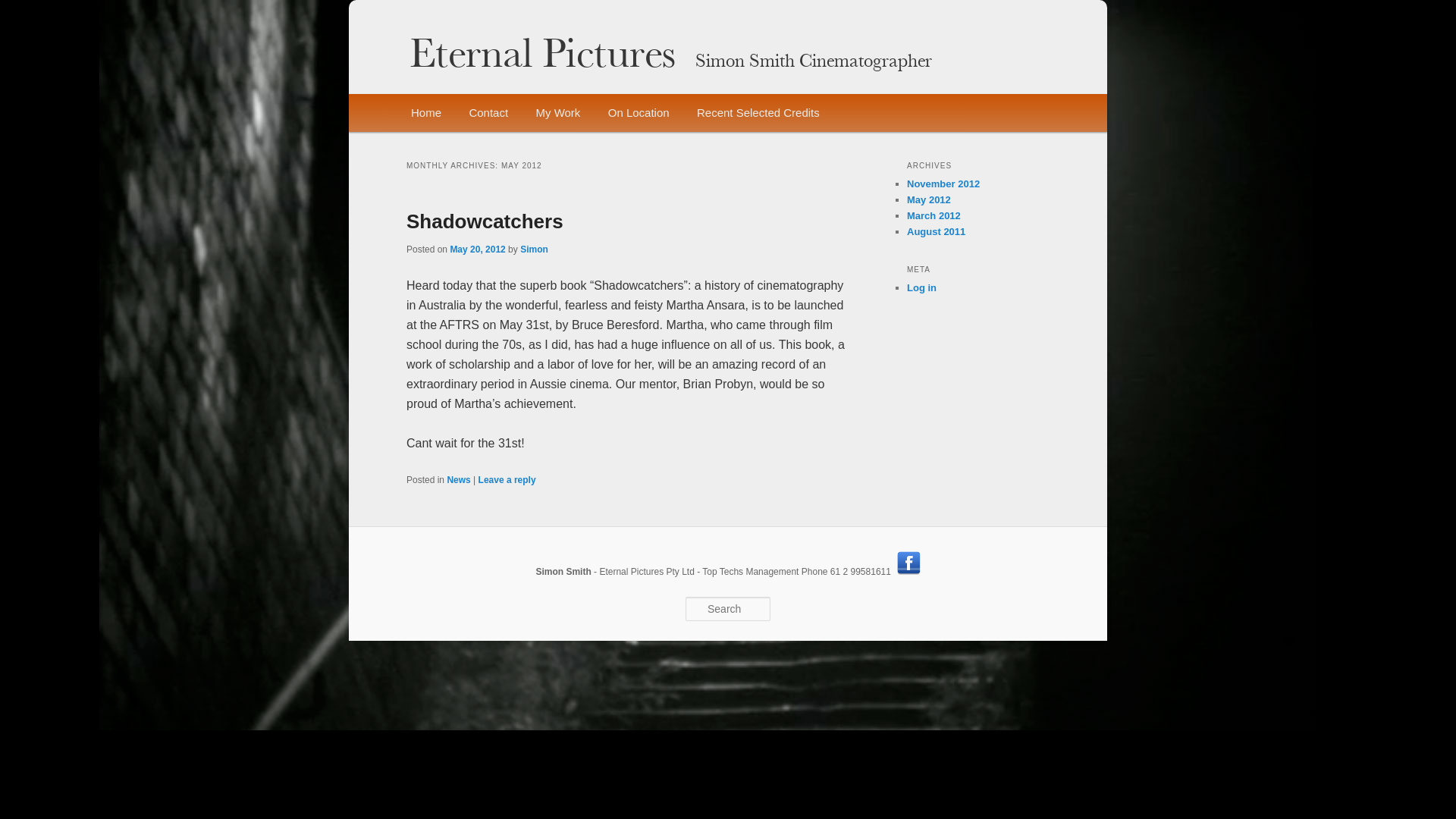 This screenshot has height=819, width=1456. Describe the element at coordinates (557, 112) in the screenshot. I see `'My Work'` at that location.